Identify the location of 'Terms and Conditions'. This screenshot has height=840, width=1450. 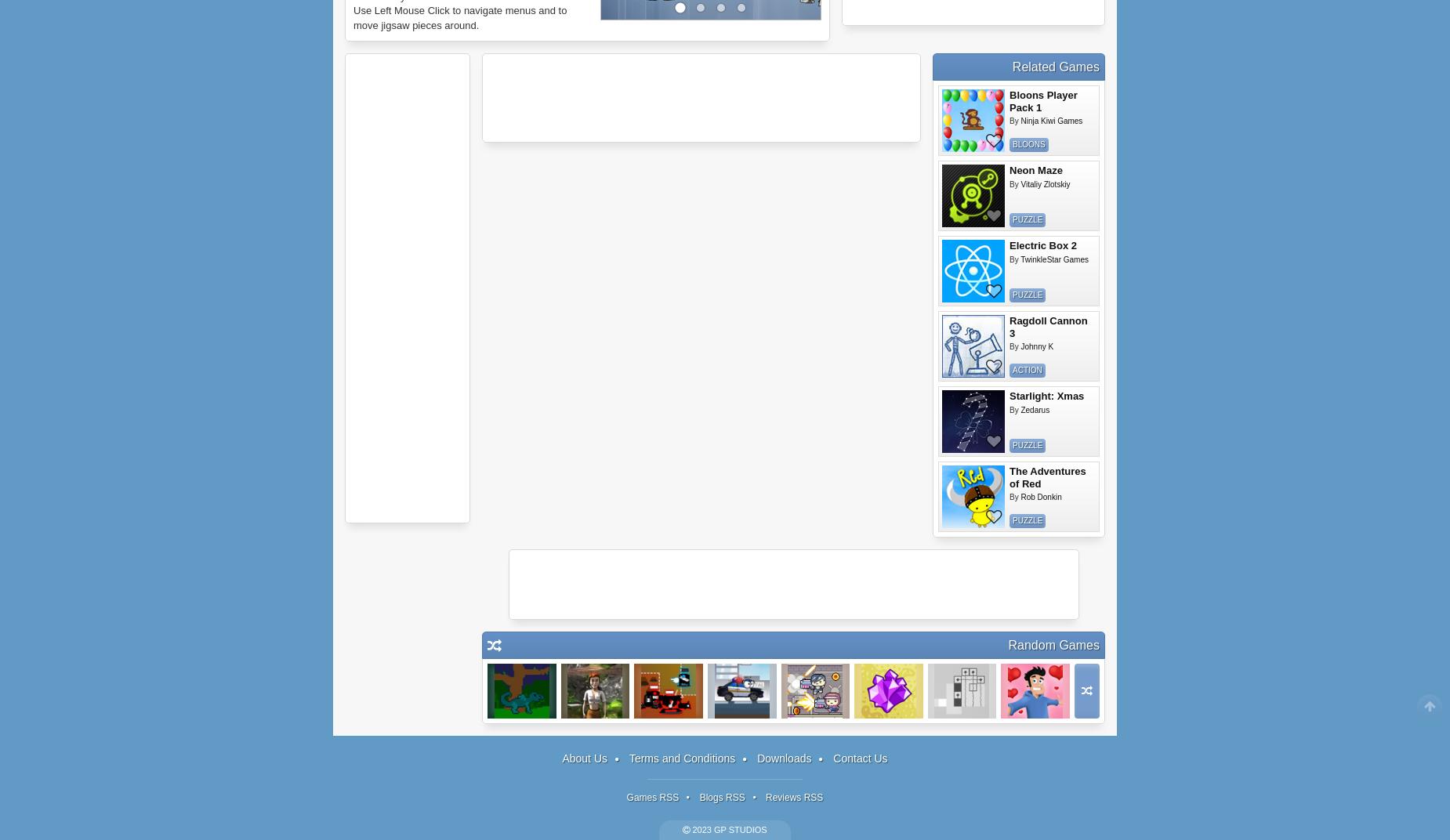
(682, 758).